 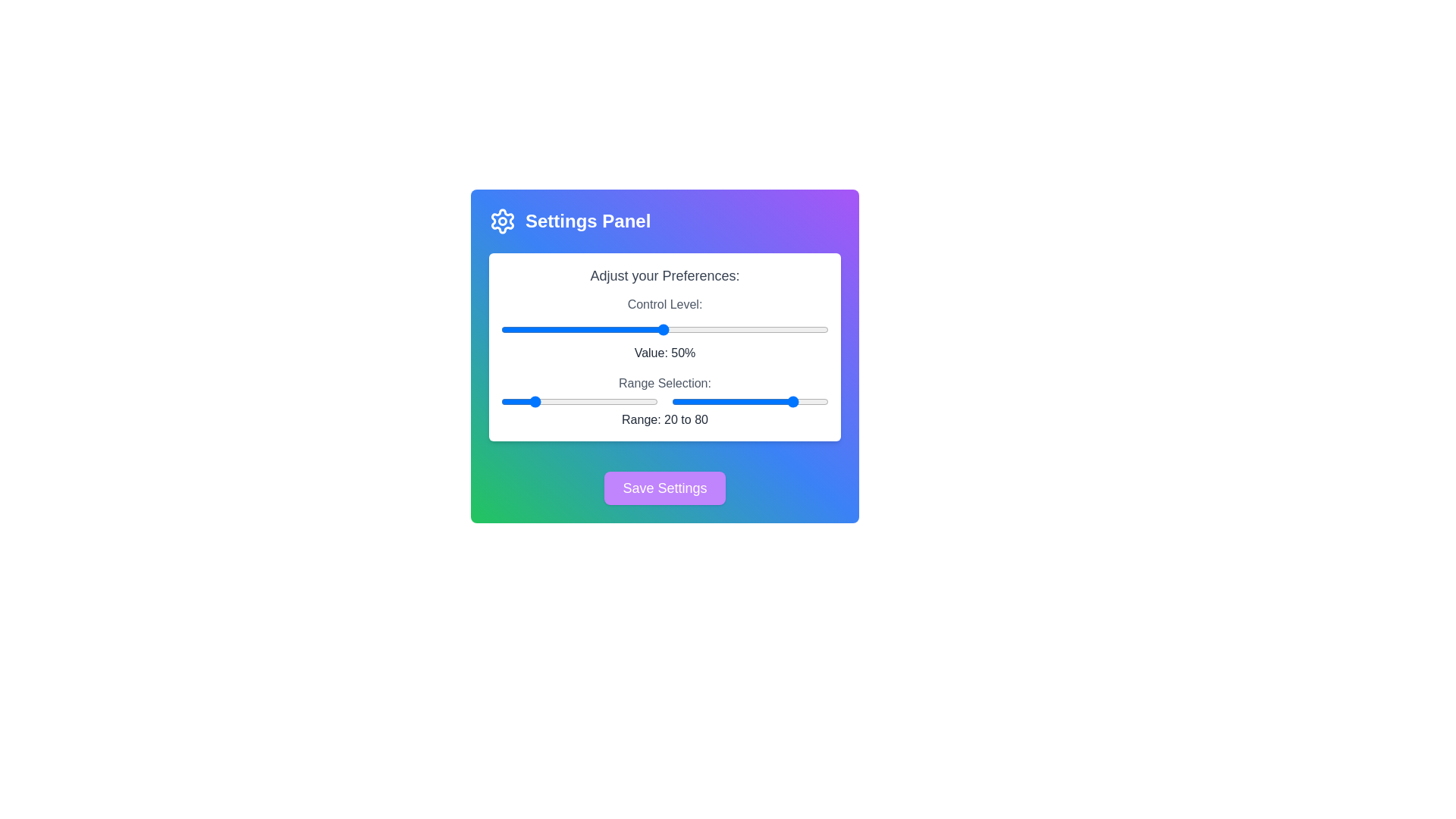 What do you see at coordinates (660, 329) in the screenshot?
I see `the control level` at bounding box center [660, 329].